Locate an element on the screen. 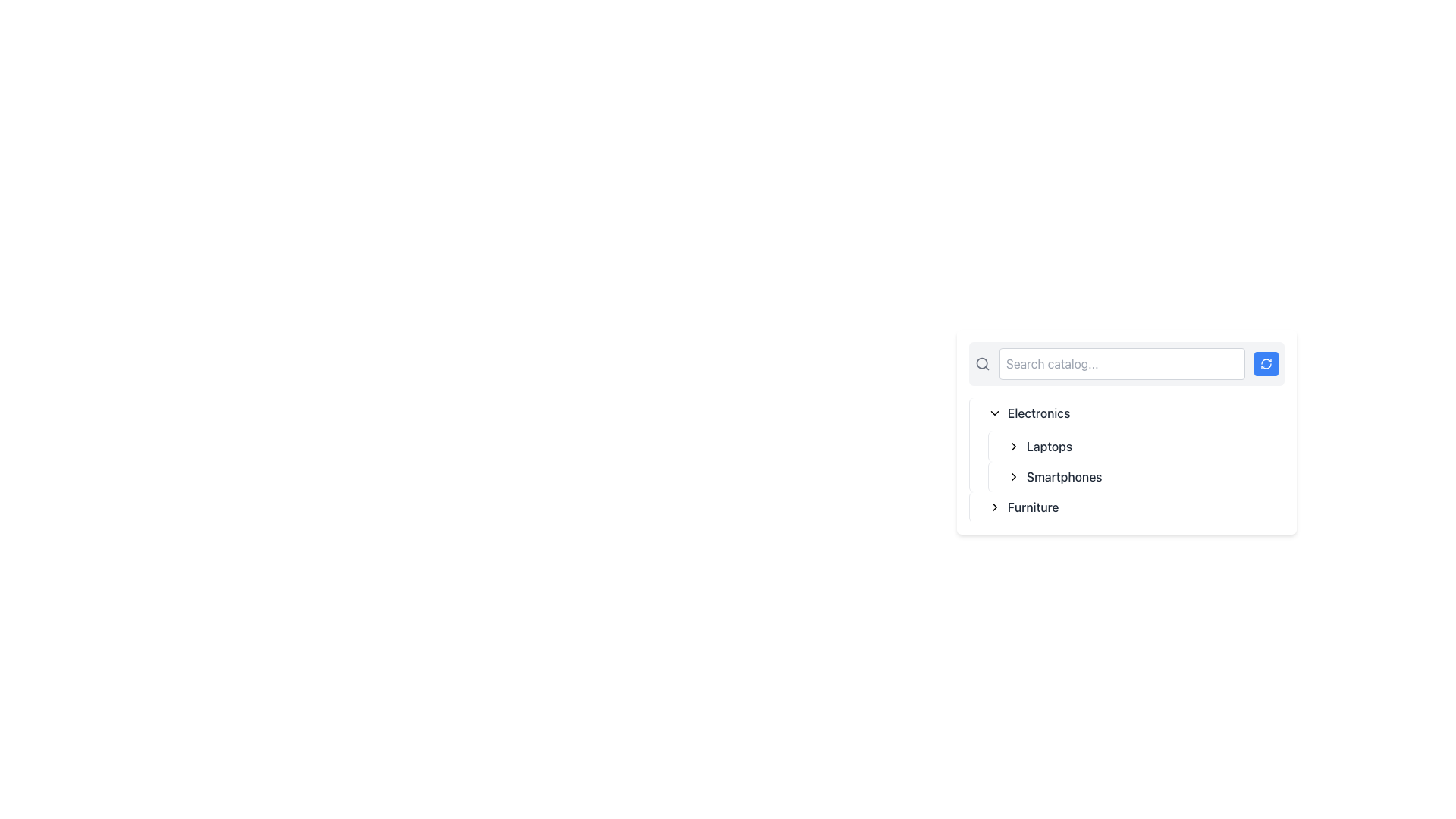 The height and width of the screenshot is (819, 1456). the refresh icon located within a blue button to the right of the search input field in the control panel to refresh the content is located at coordinates (1266, 363).